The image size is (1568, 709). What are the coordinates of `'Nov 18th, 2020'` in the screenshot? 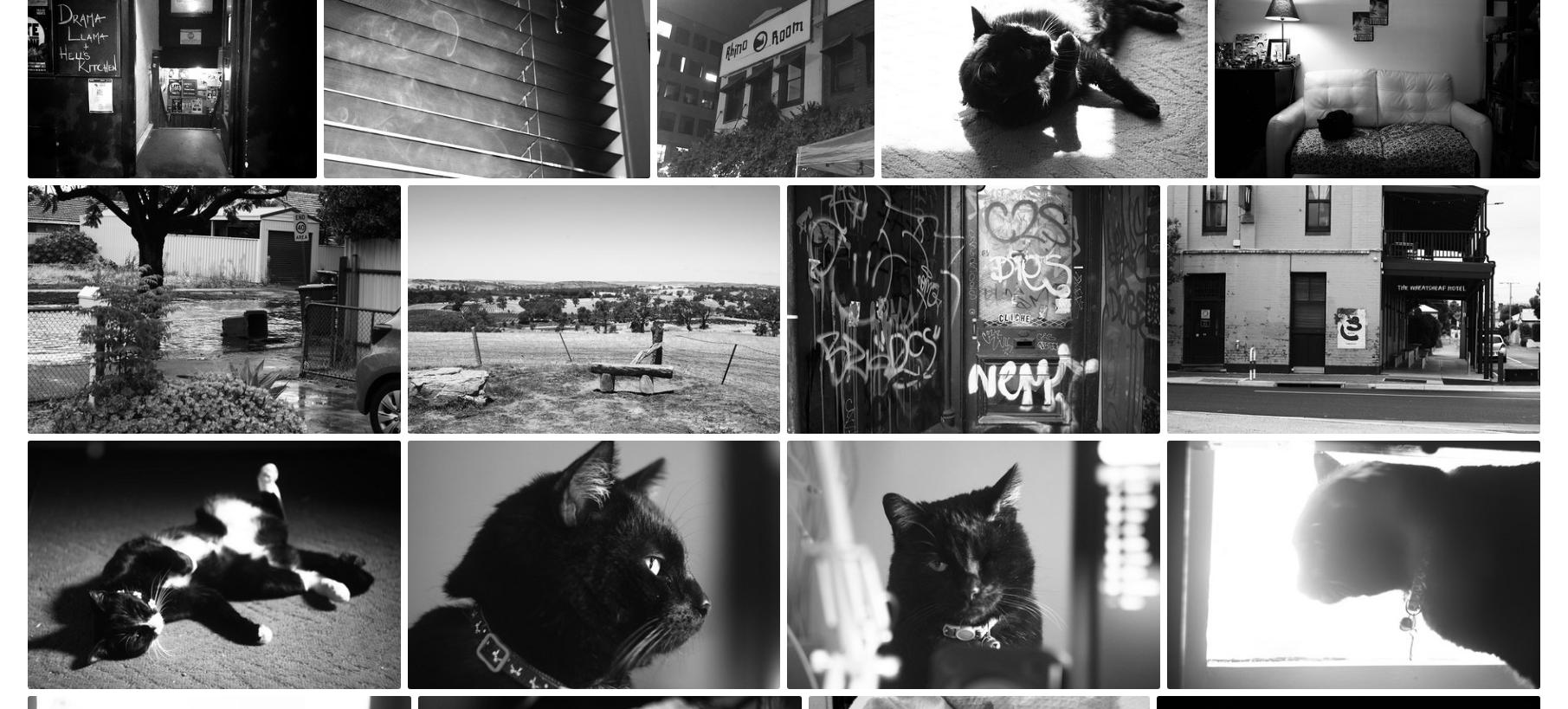 It's located at (793, 452).